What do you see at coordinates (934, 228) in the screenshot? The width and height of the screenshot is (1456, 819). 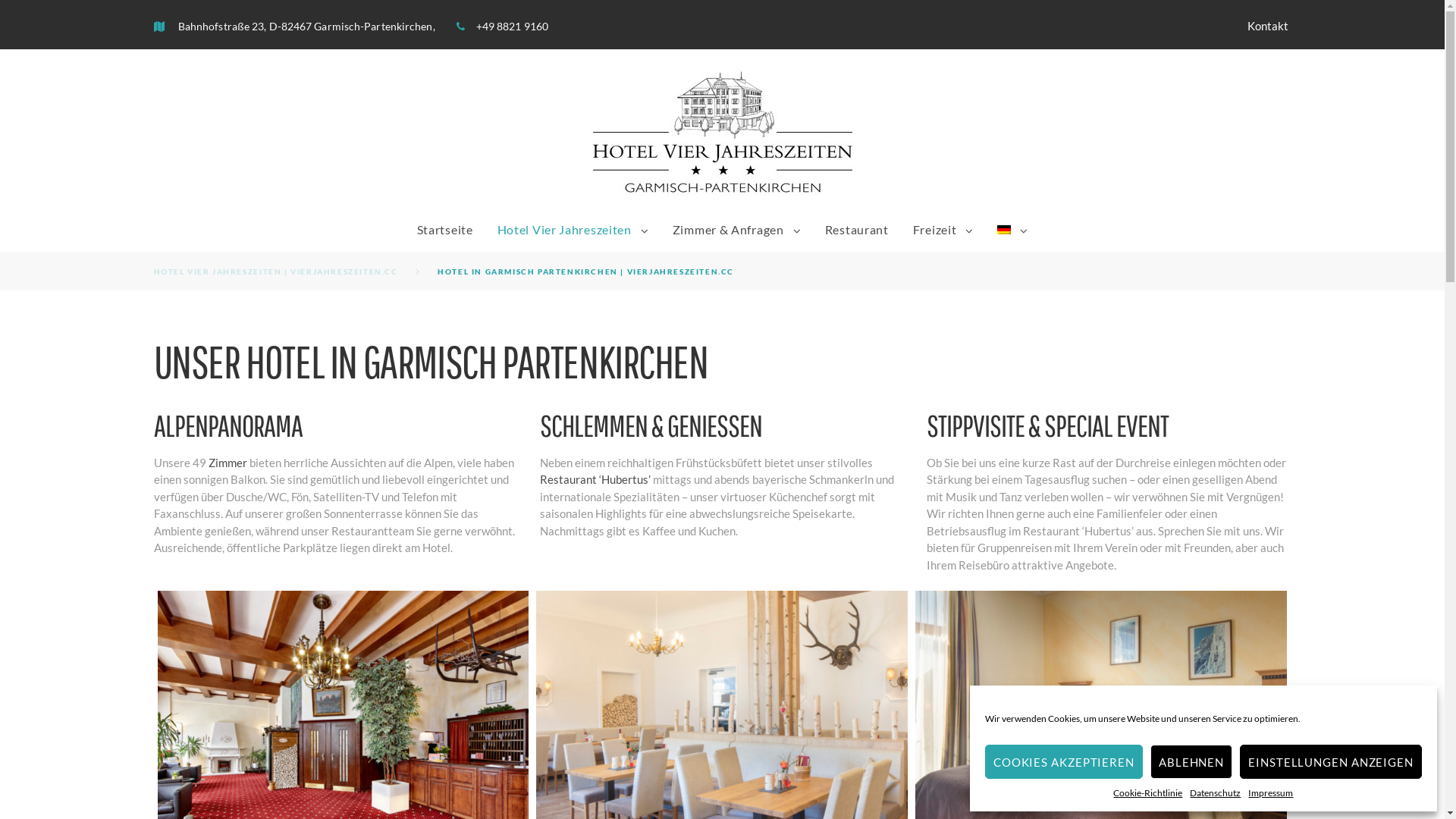 I see `'Freizeit'` at bounding box center [934, 228].